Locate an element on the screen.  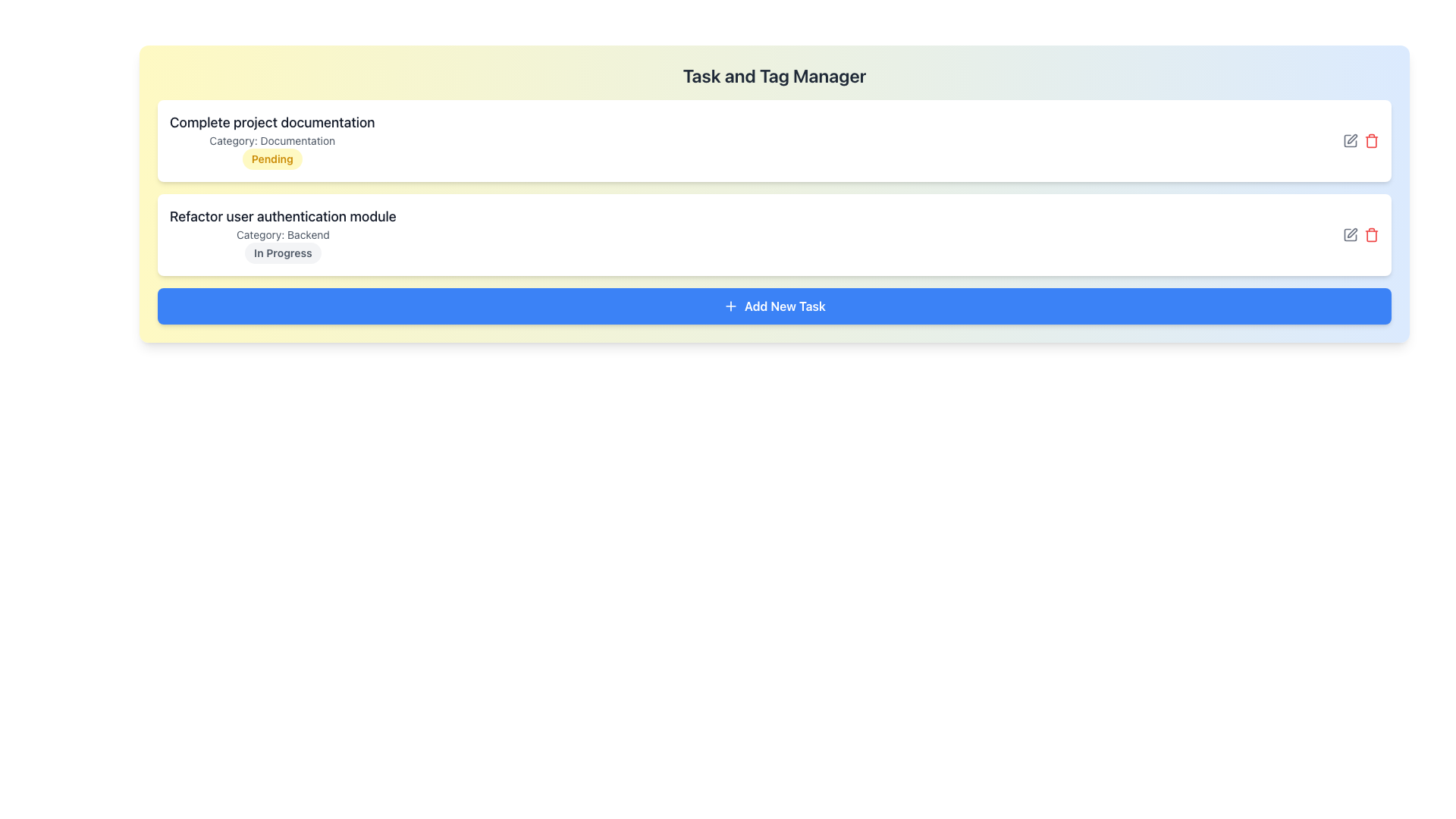
the button located at the bottom of the 'Task and Tag Manager' card is located at coordinates (774, 306).